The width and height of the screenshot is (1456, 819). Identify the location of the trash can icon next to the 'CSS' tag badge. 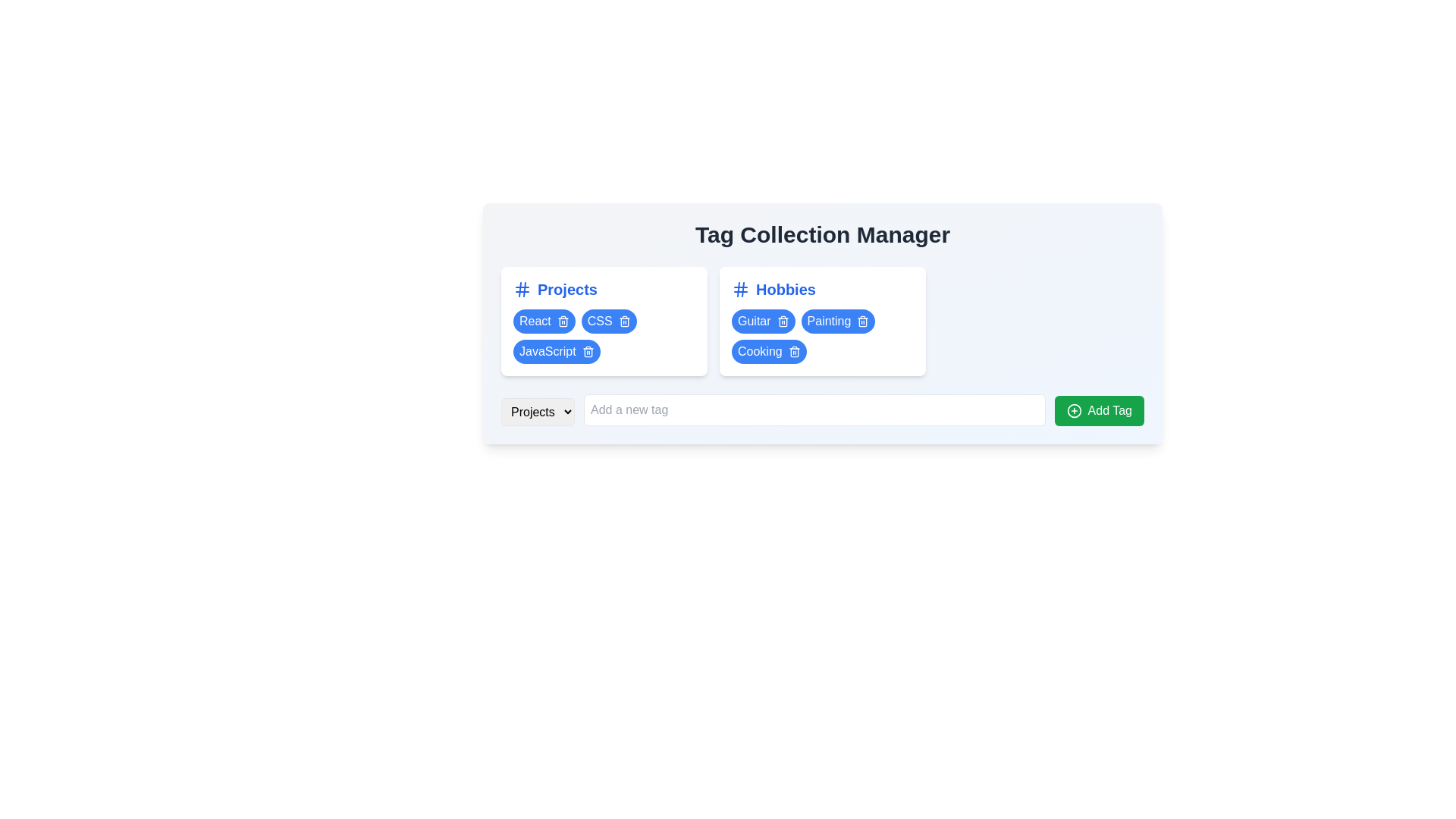
(609, 321).